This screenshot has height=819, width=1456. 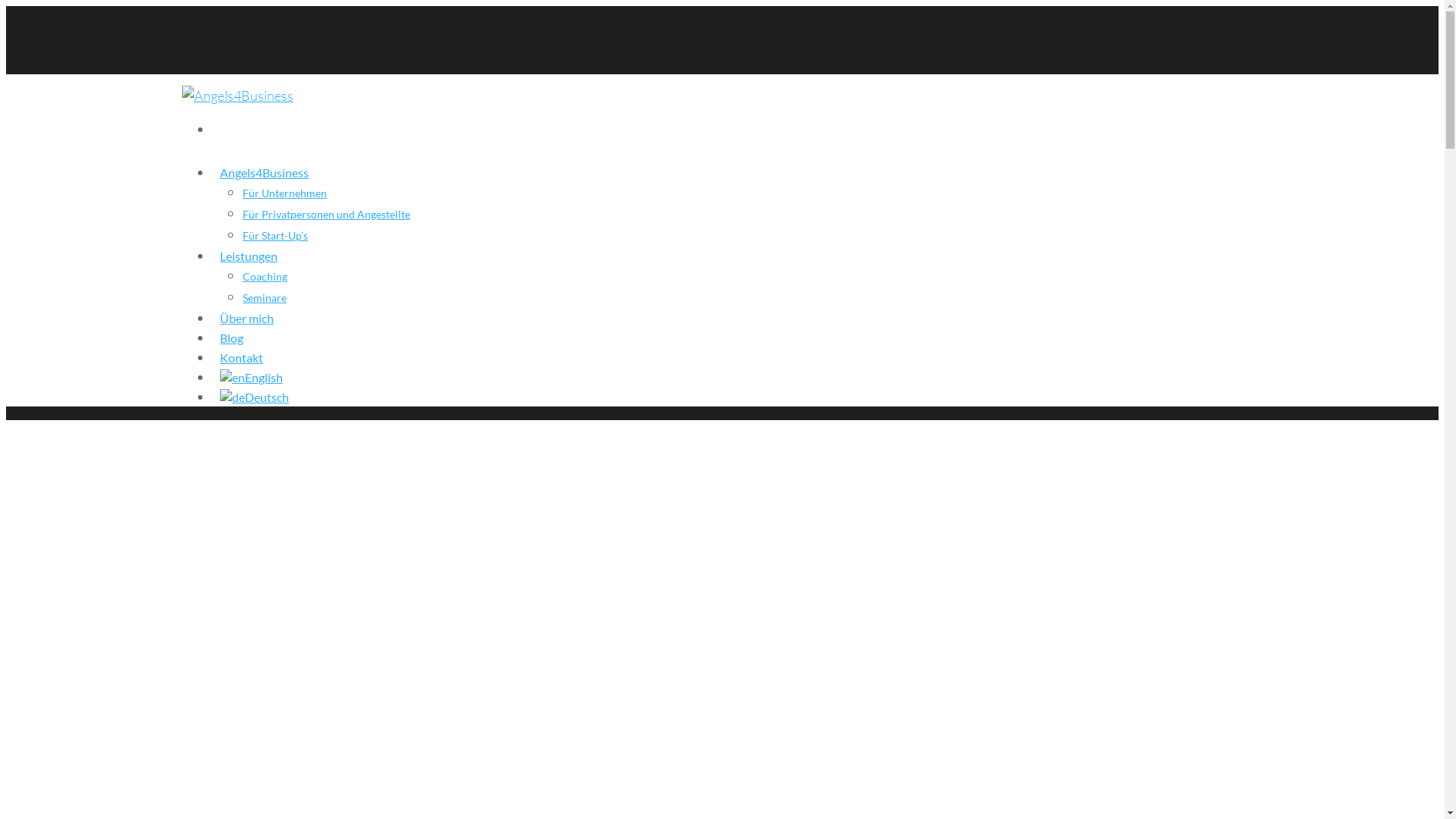 What do you see at coordinates (265, 276) in the screenshot?
I see `'Coaching'` at bounding box center [265, 276].